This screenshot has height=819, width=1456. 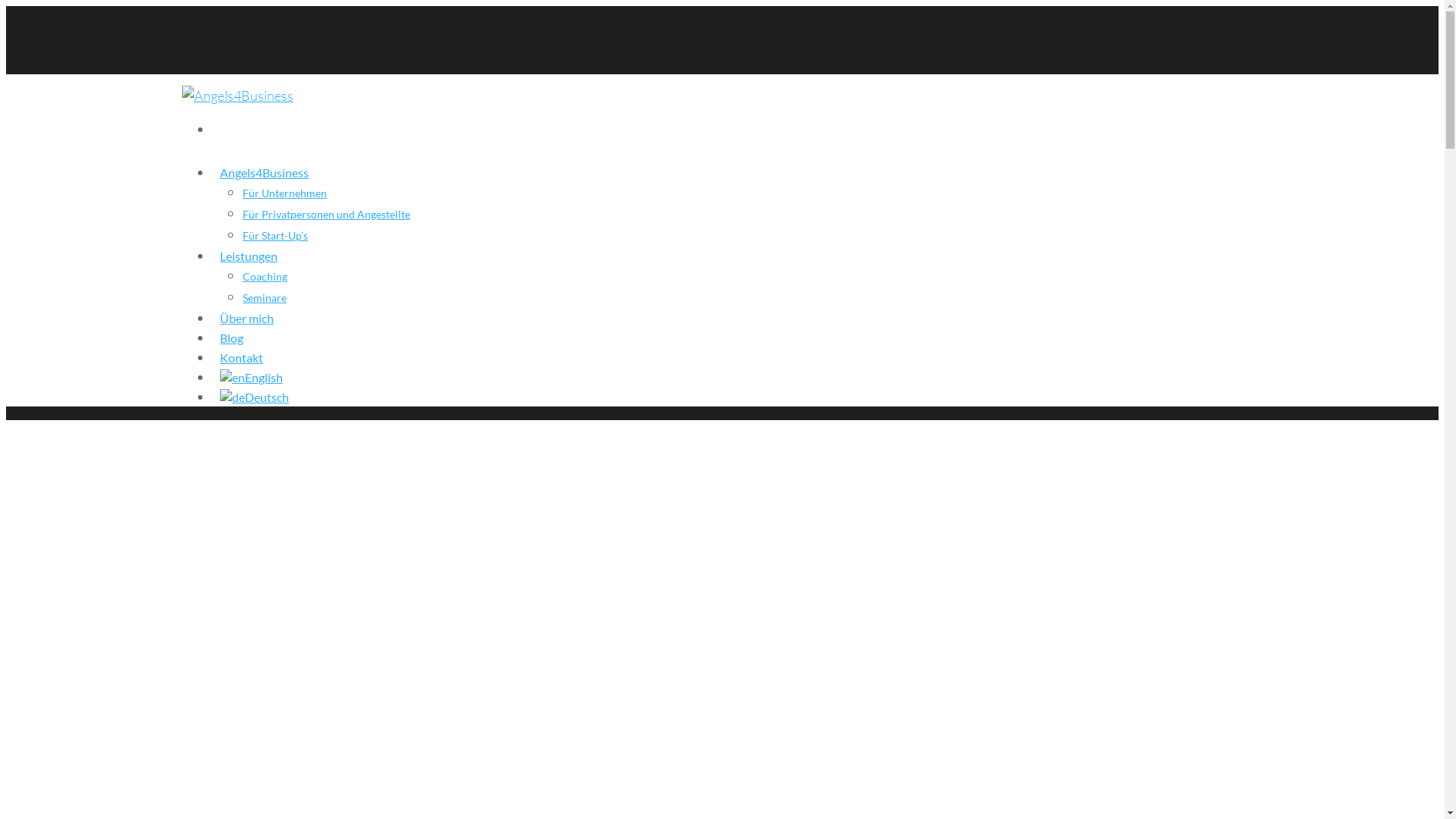 What do you see at coordinates (265, 276) in the screenshot?
I see `'Coaching'` at bounding box center [265, 276].